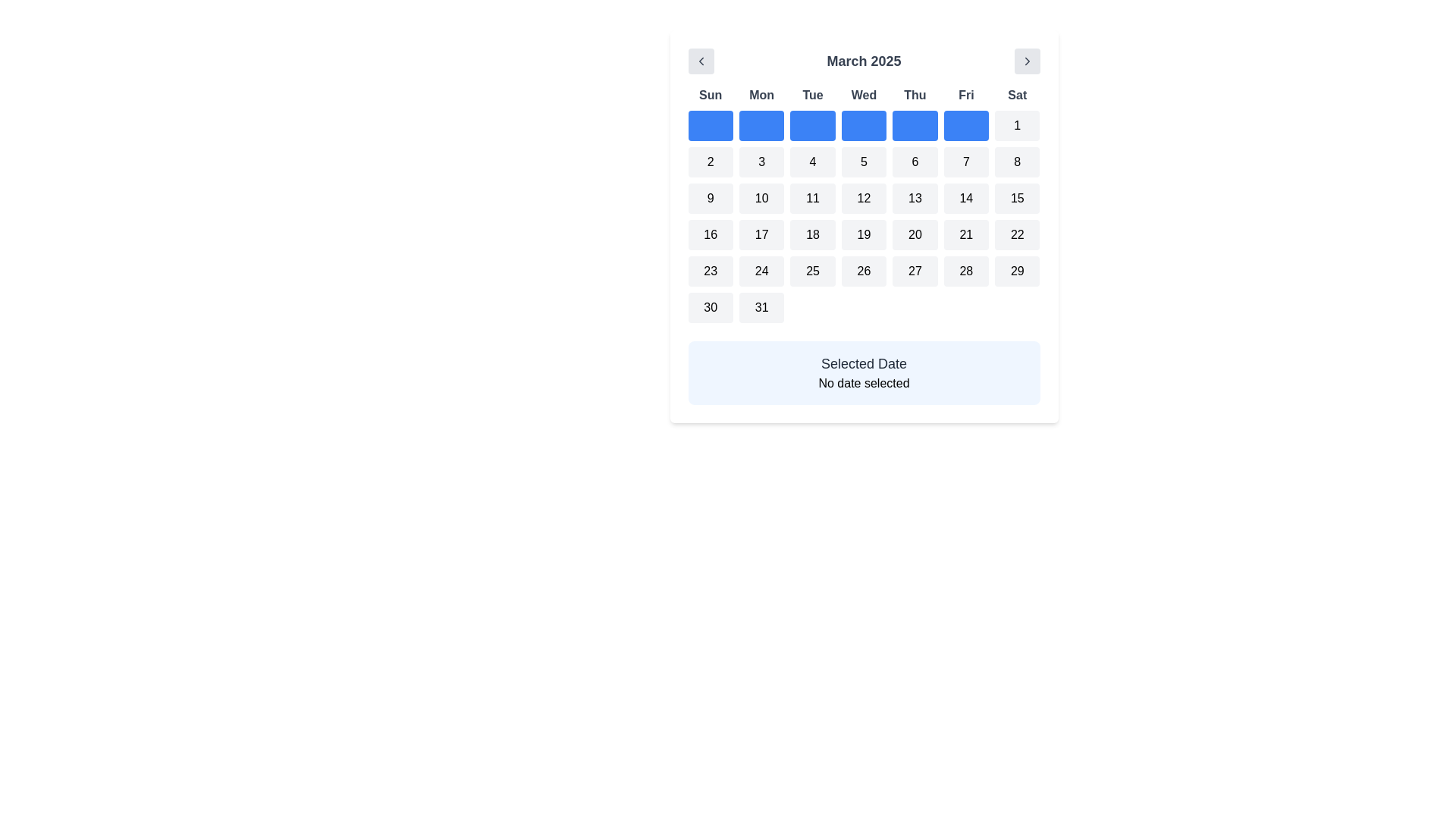 The height and width of the screenshot is (819, 1456). I want to click on the Text Label that identifies the first day of the week in the calendar, positioned at the top-left of the grid layout, so click(710, 96).